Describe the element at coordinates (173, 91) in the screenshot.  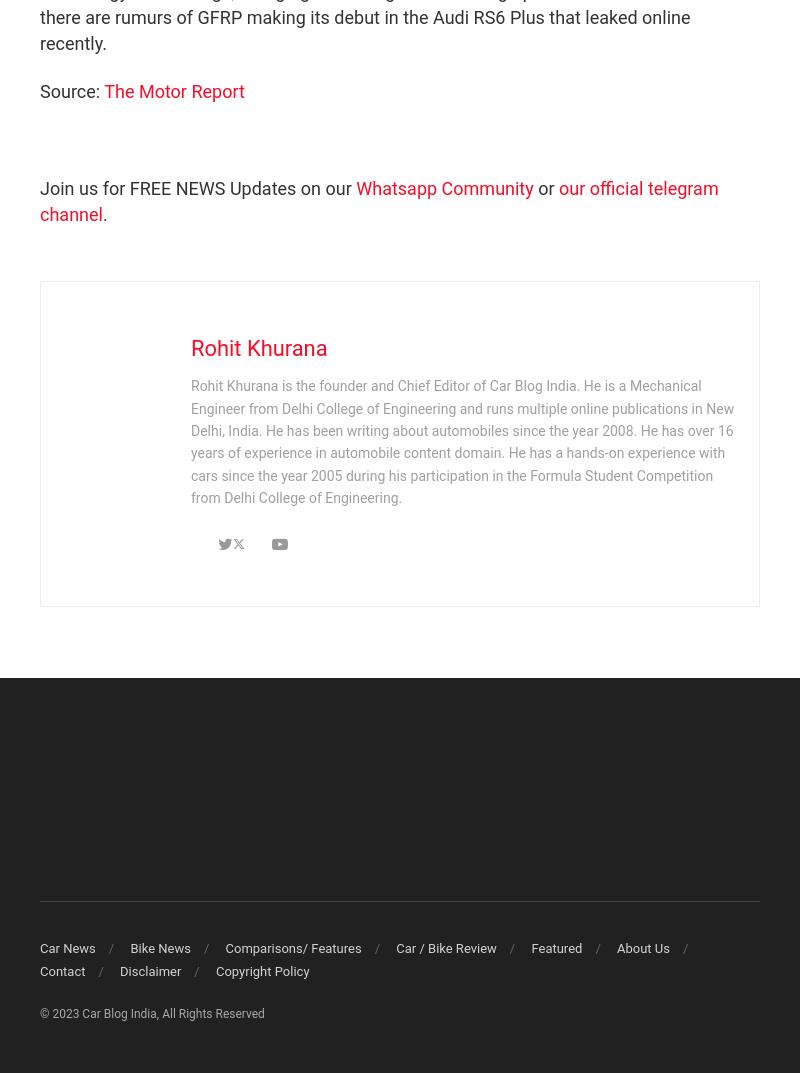
I see `'The Motor Report'` at that location.